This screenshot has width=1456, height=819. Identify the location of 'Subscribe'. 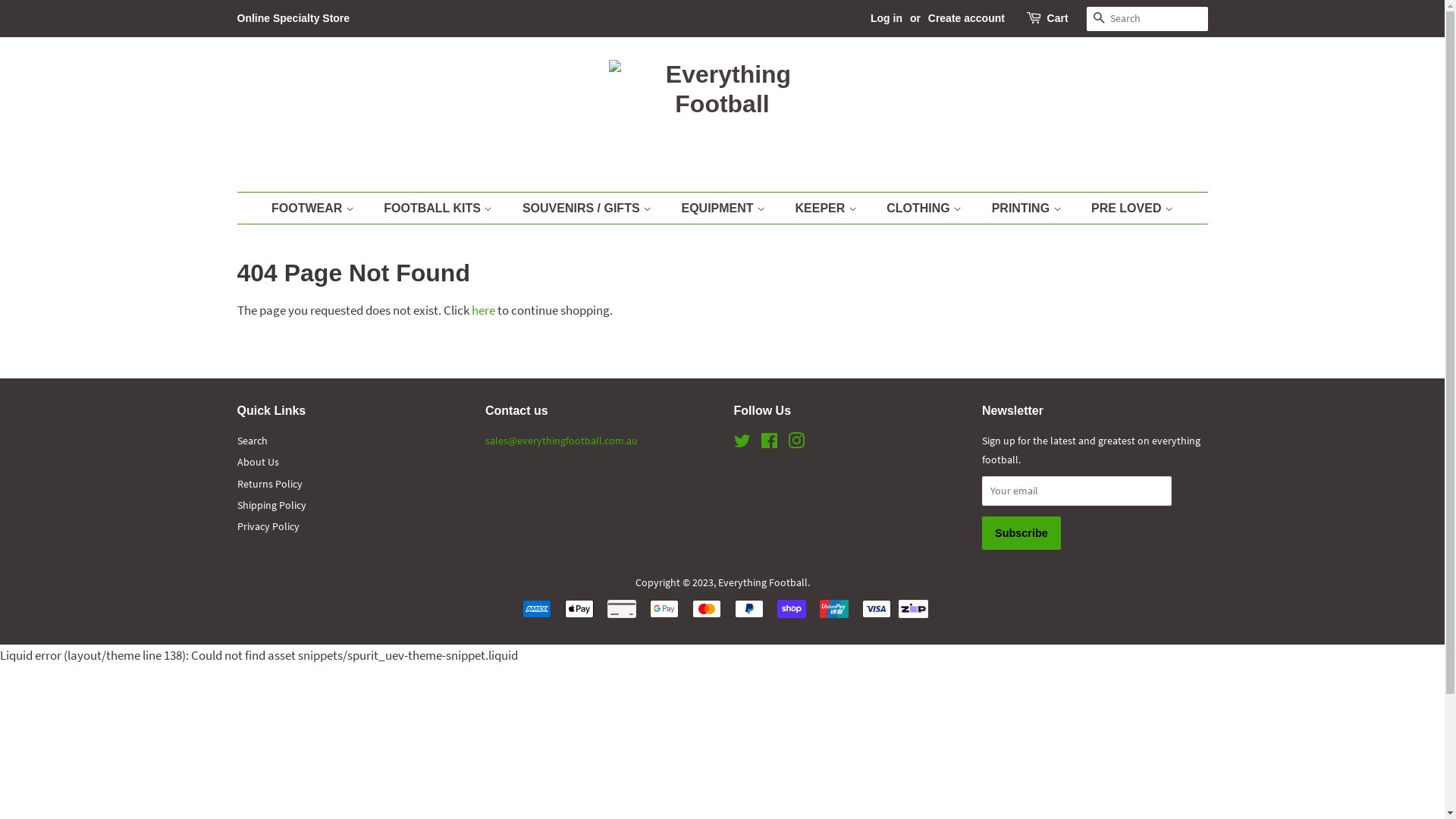
(982, 532).